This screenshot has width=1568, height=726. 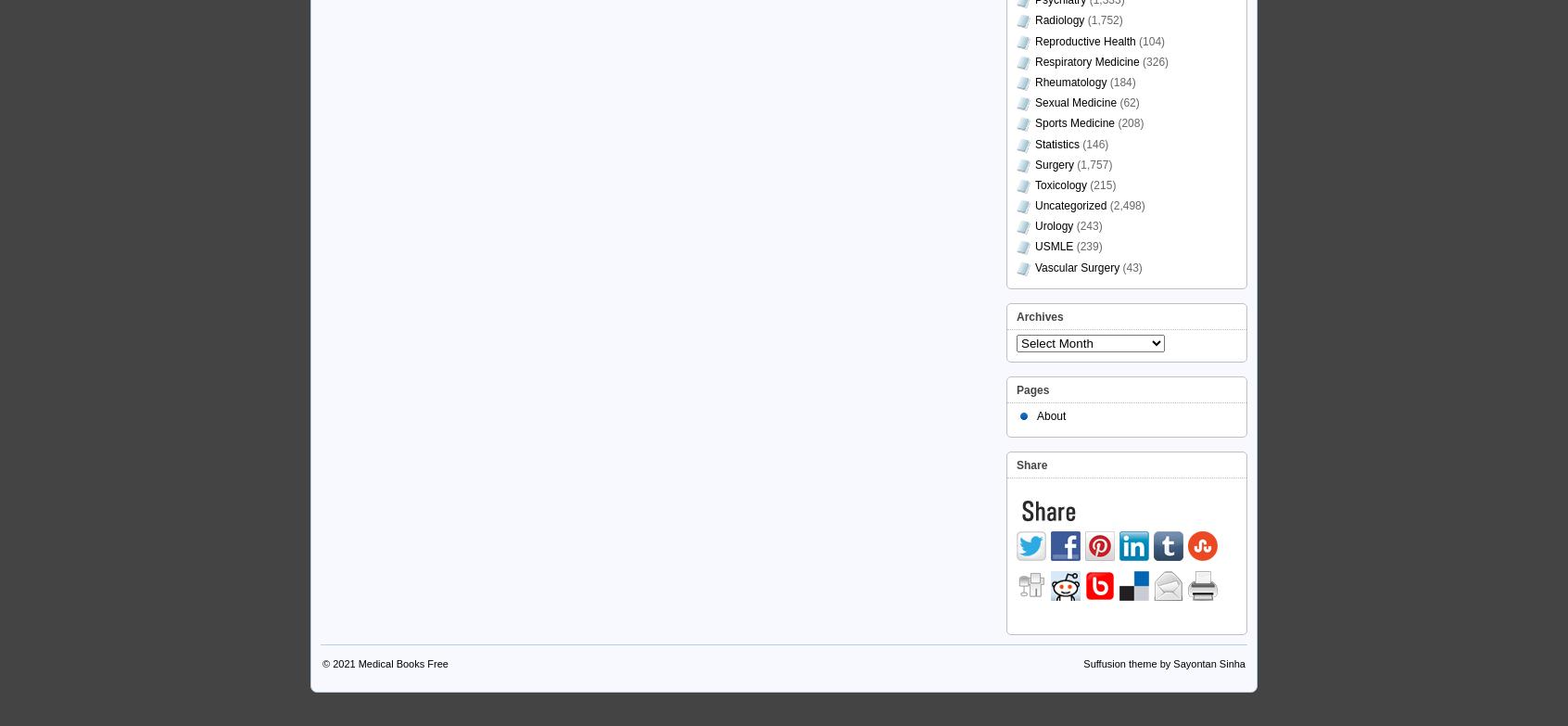 What do you see at coordinates (1074, 123) in the screenshot?
I see `'Sports Medicine'` at bounding box center [1074, 123].